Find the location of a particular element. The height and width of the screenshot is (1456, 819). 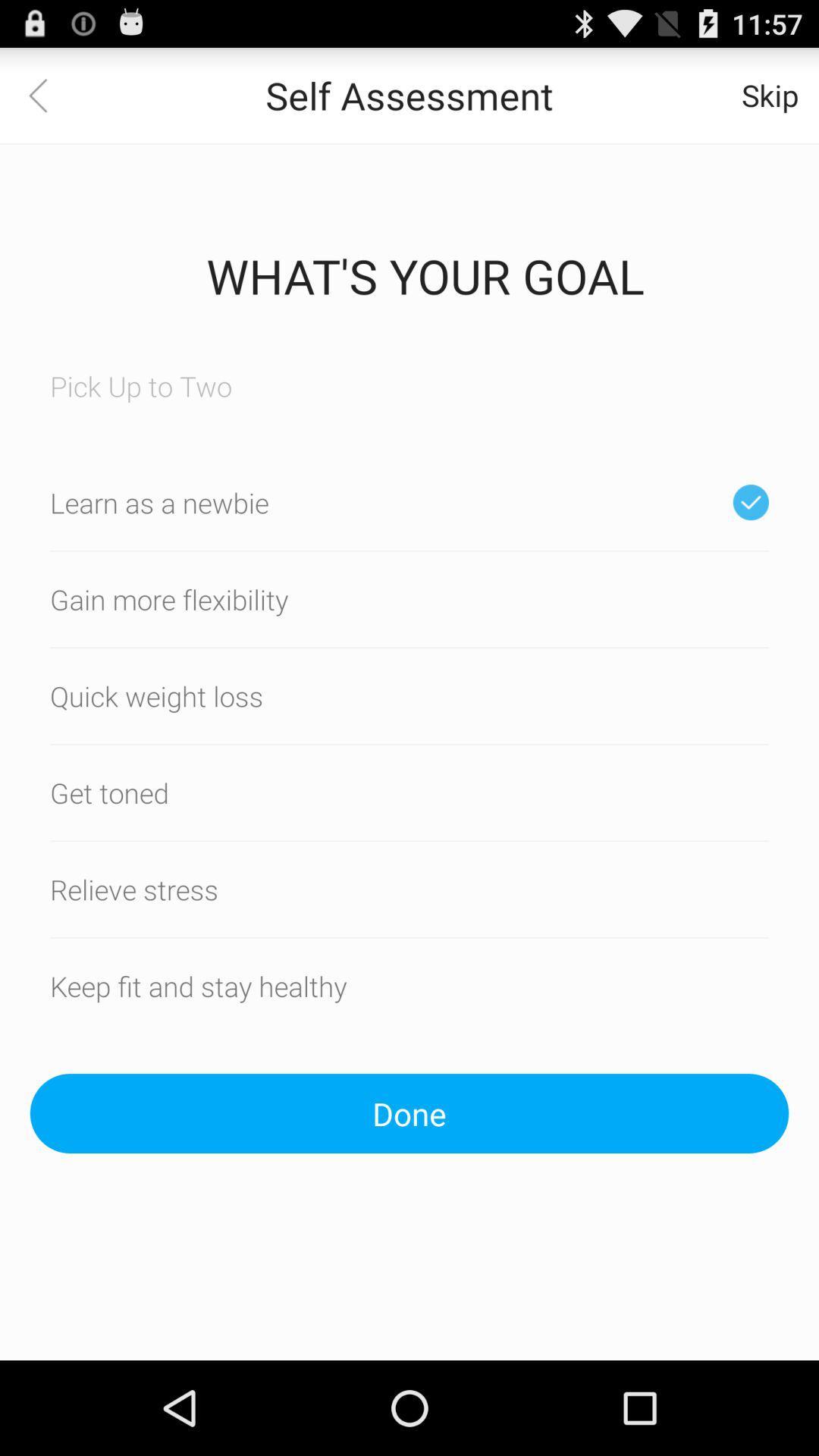

a option gain more flexibilty is located at coordinates (409, 599).